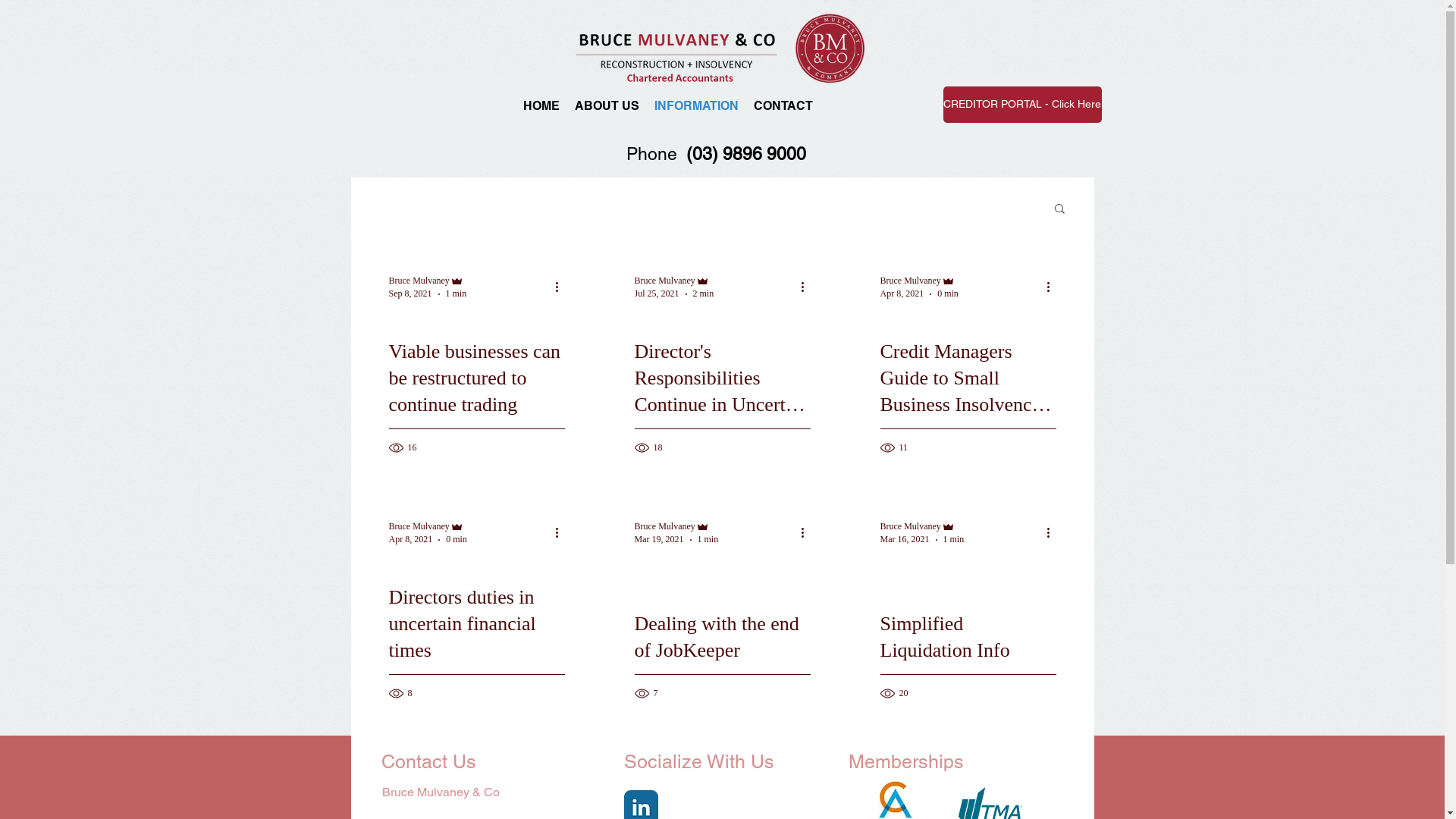  Describe the element at coordinates (967, 394) in the screenshot. I see `'Credit Managers Guide to Small Business Insolvency Reforms'` at that location.